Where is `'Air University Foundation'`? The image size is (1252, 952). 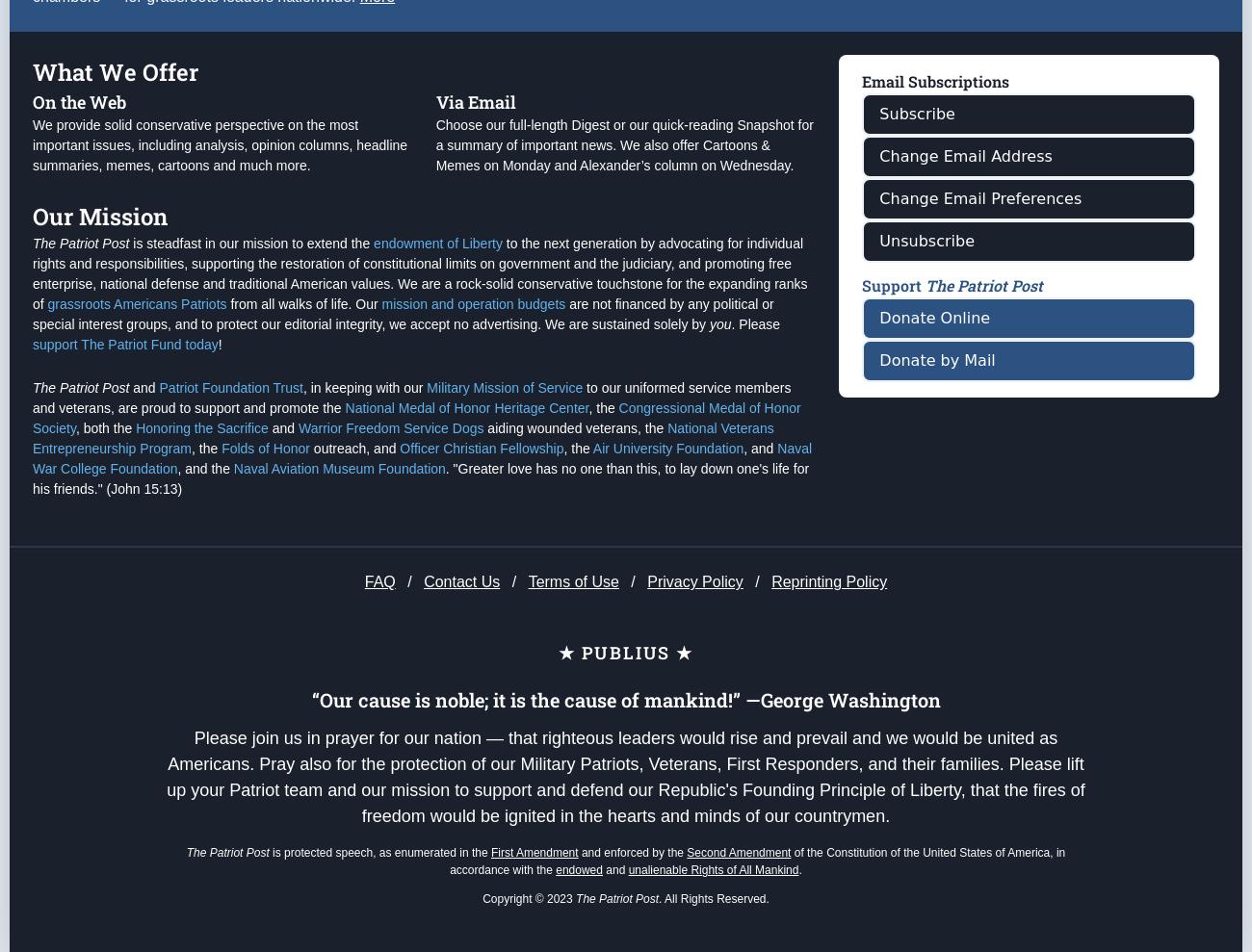
'Air University Foundation' is located at coordinates (666, 526).